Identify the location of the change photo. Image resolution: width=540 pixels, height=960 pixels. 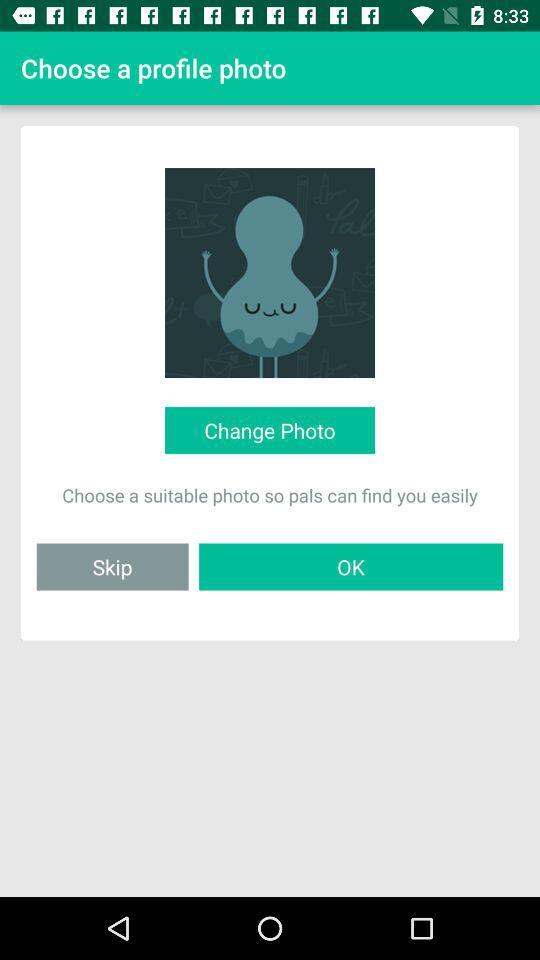
(270, 430).